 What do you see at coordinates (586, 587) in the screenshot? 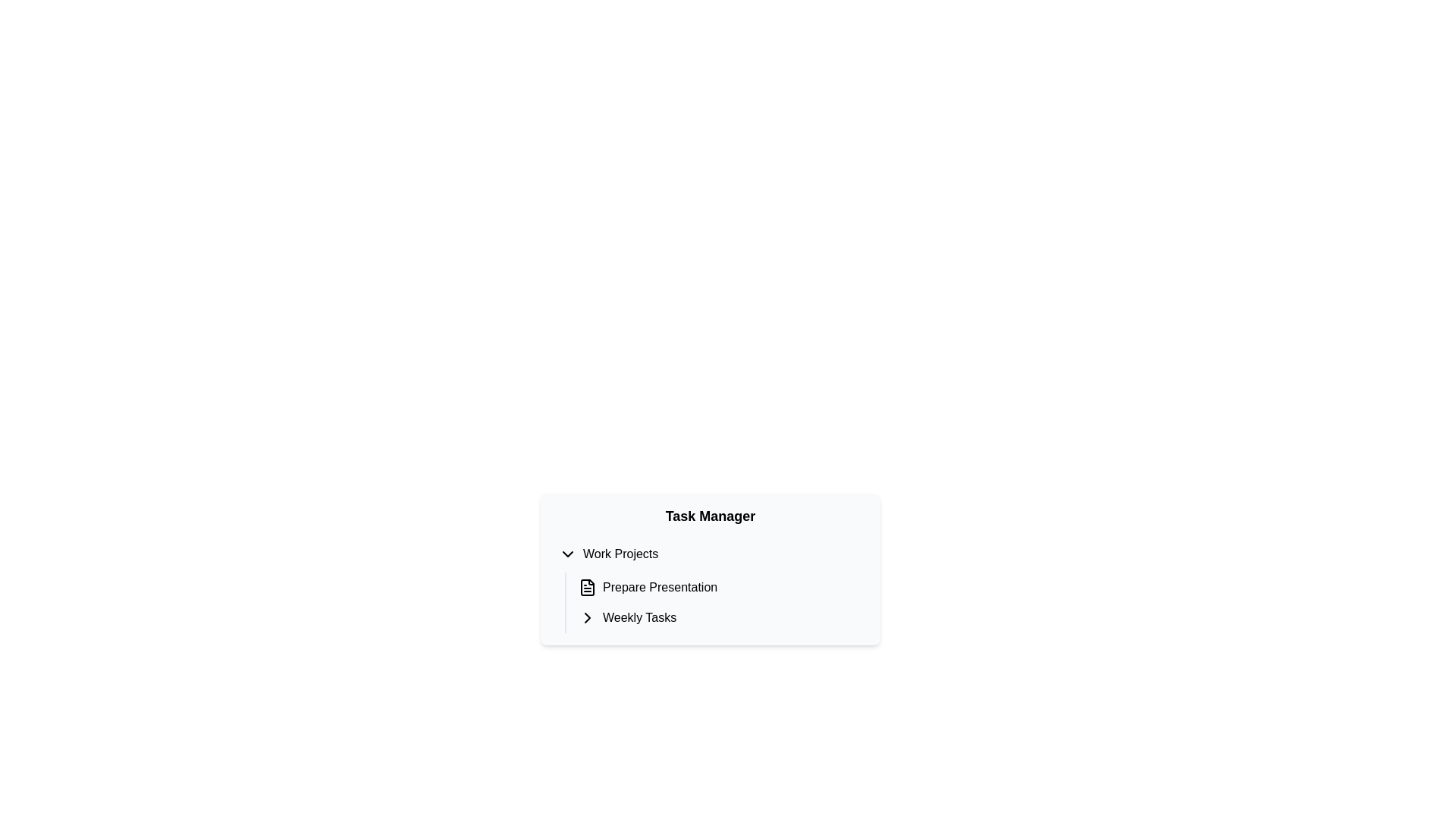
I see `the small rectangular document icon located in the 'Work Projects' section, positioned to the left of the label 'Prepare Presentation' for accessibility navigation` at bounding box center [586, 587].